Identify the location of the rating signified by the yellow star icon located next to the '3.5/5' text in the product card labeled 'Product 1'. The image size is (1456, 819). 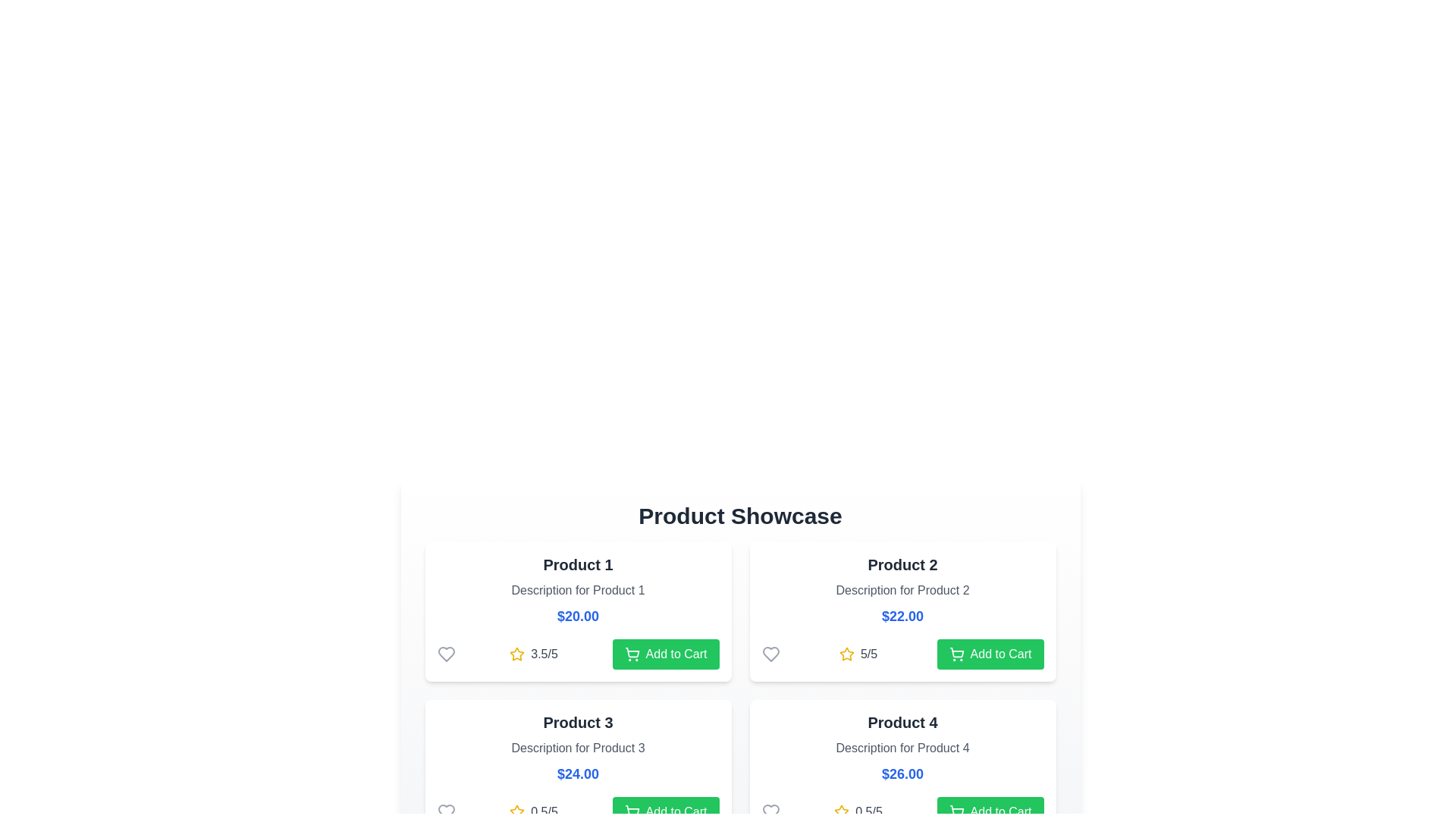
(517, 654).